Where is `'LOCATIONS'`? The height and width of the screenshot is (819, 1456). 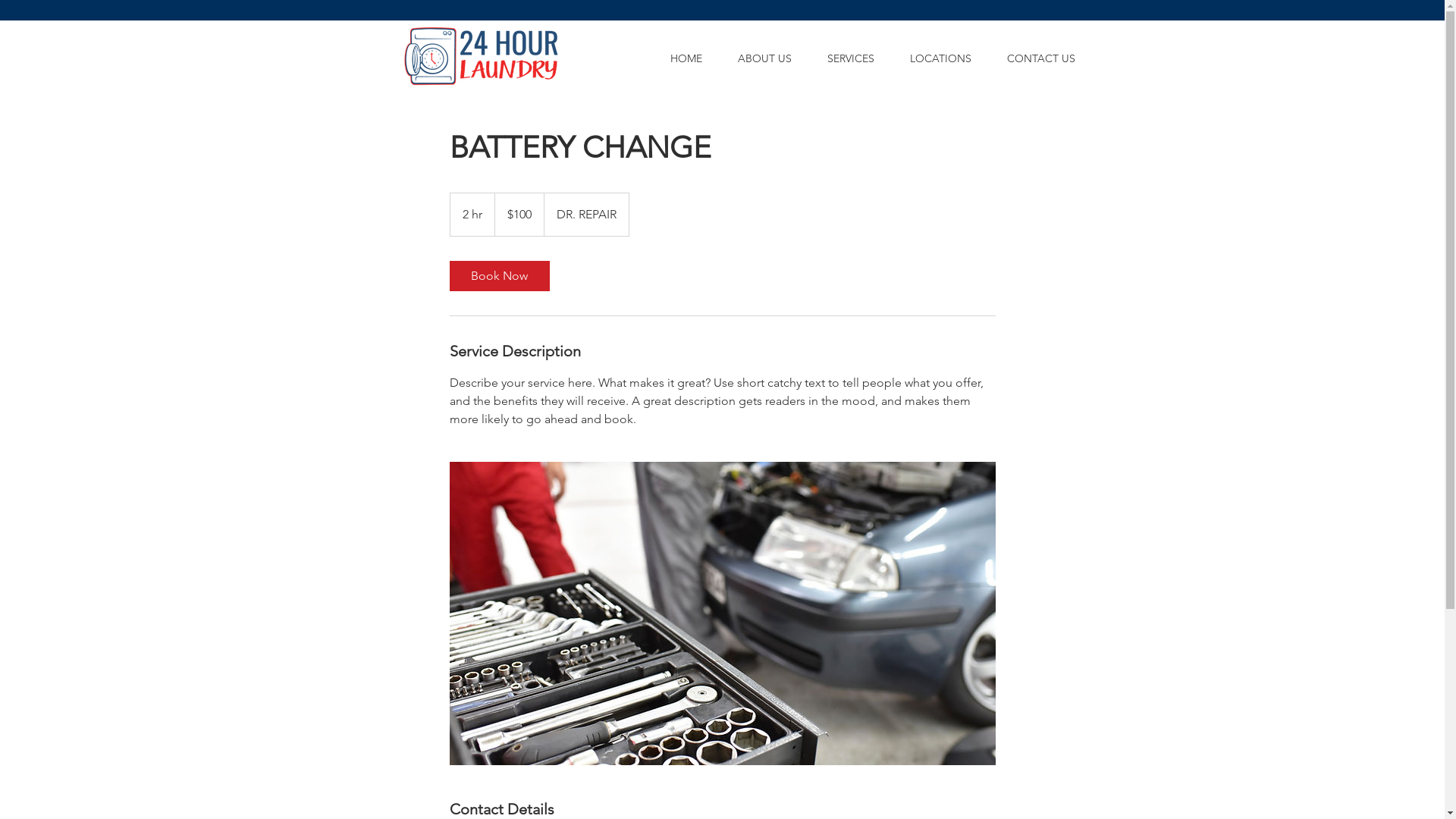
'LOCATIONS' is located at coordinates (892, 58).